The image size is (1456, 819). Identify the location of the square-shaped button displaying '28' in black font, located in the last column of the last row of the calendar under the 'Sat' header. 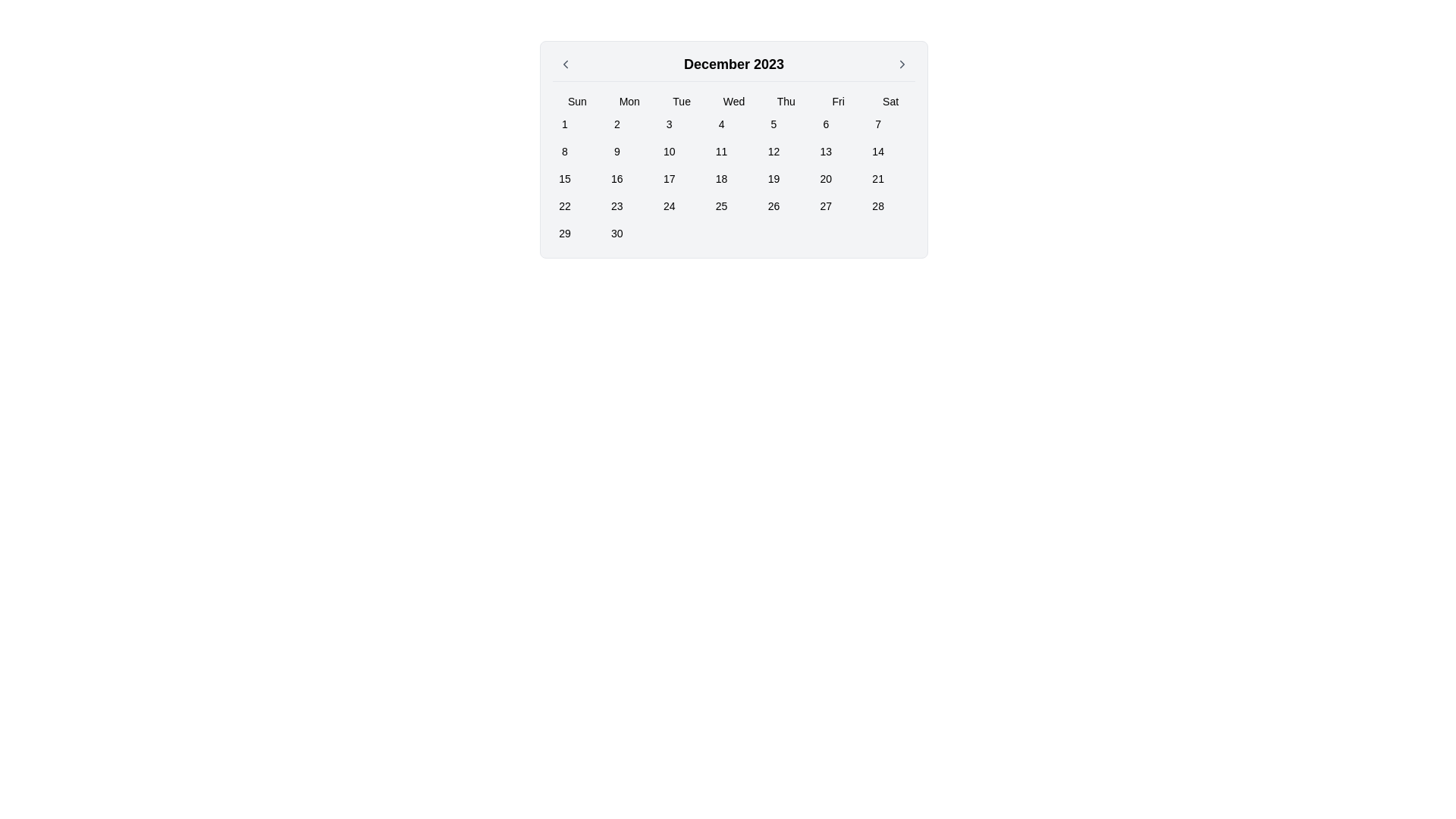
(878, 206).